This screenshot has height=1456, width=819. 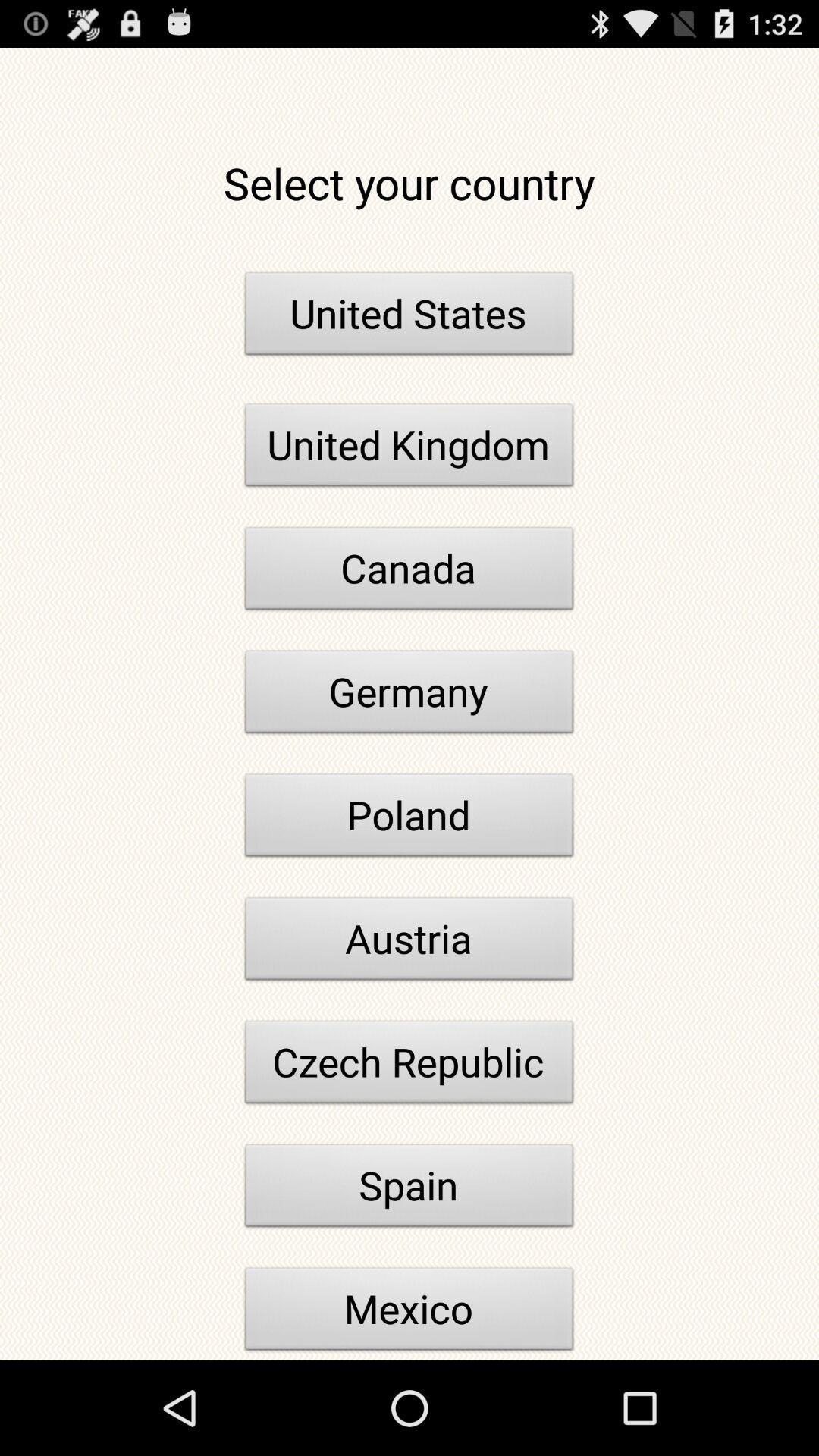 I want to click on czech republic, so click(x=409, y=1065).